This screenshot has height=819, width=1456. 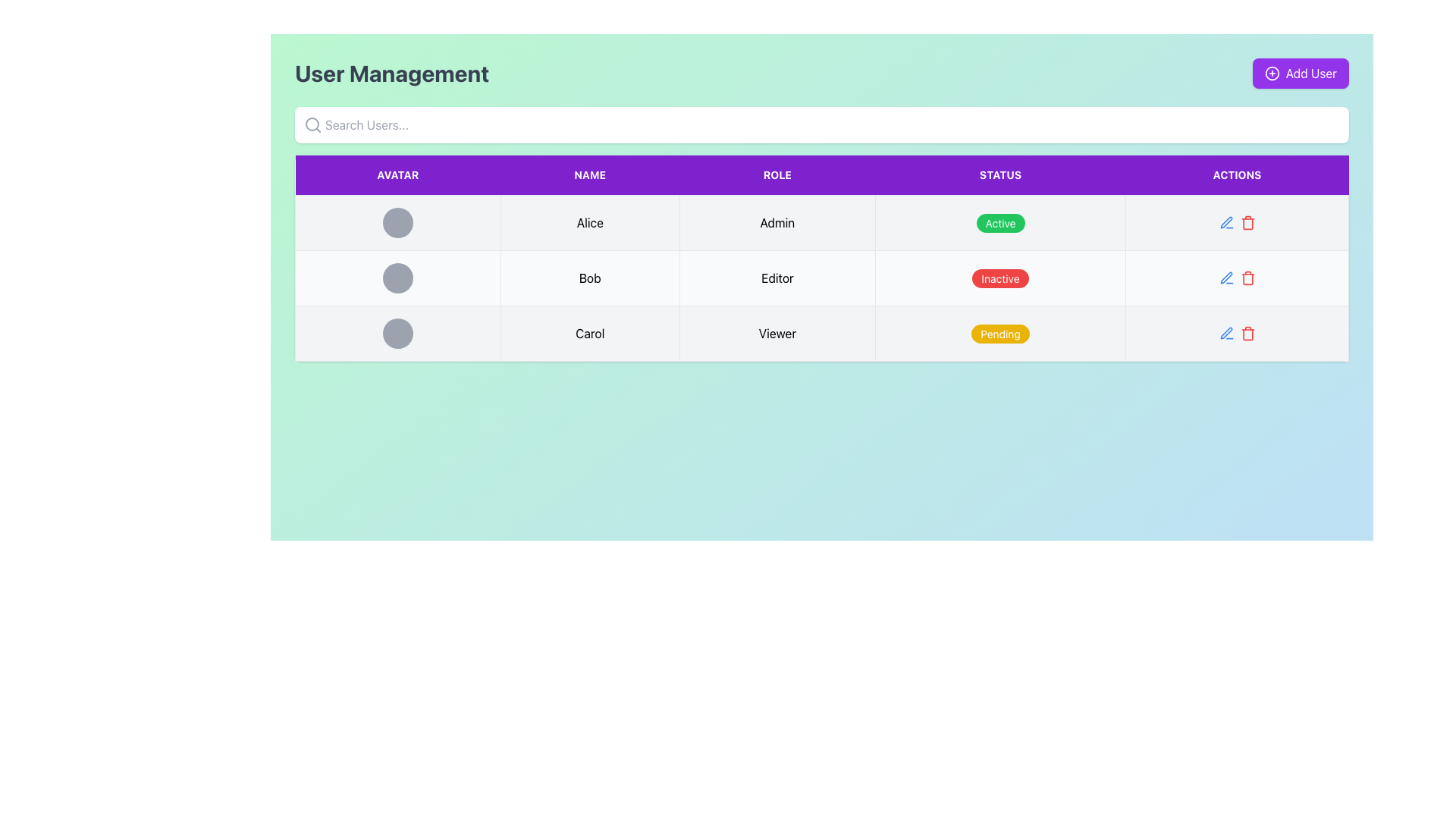 What do you see at coordinates (777, 222) in the screenshot?
I see `the 'Admin' text label indicating the role of user 'Alice' in the user management table, located in the second column under the 'ROLE' header` at bounding box center [777, 222].